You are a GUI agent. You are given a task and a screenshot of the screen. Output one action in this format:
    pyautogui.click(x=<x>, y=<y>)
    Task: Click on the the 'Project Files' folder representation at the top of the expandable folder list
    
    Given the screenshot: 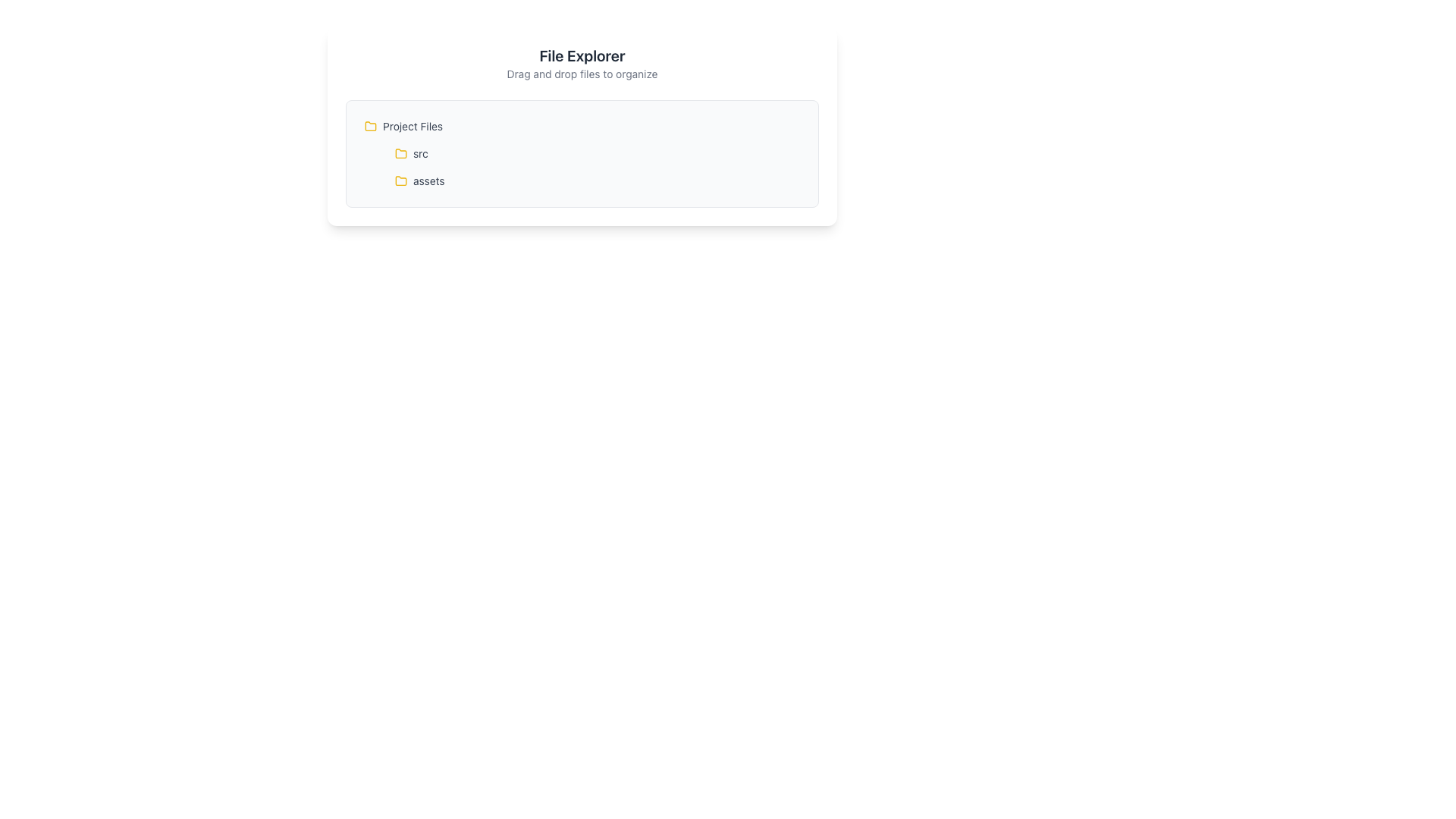 What is the action you would take?
    pyautogui.click(x=582, y=125)
    